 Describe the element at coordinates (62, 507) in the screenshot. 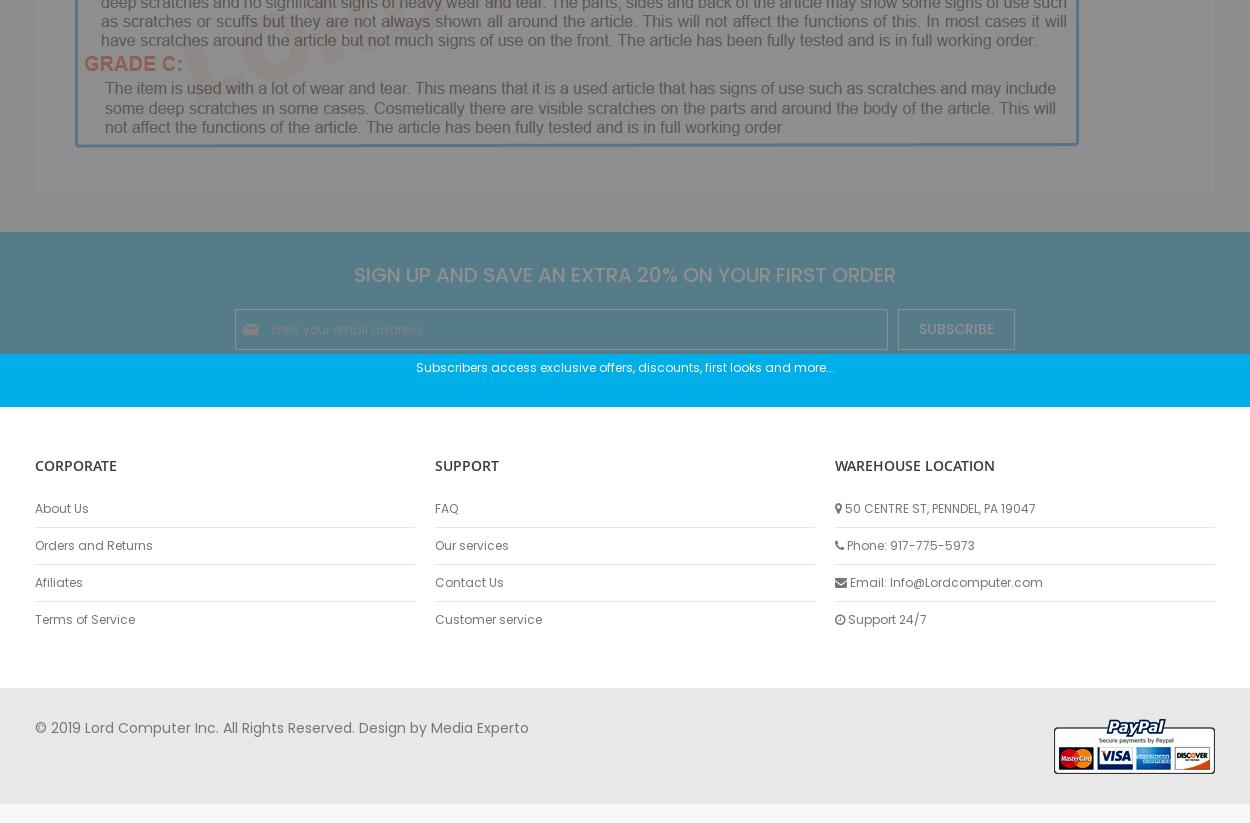

I see `'About Us'` at that location.